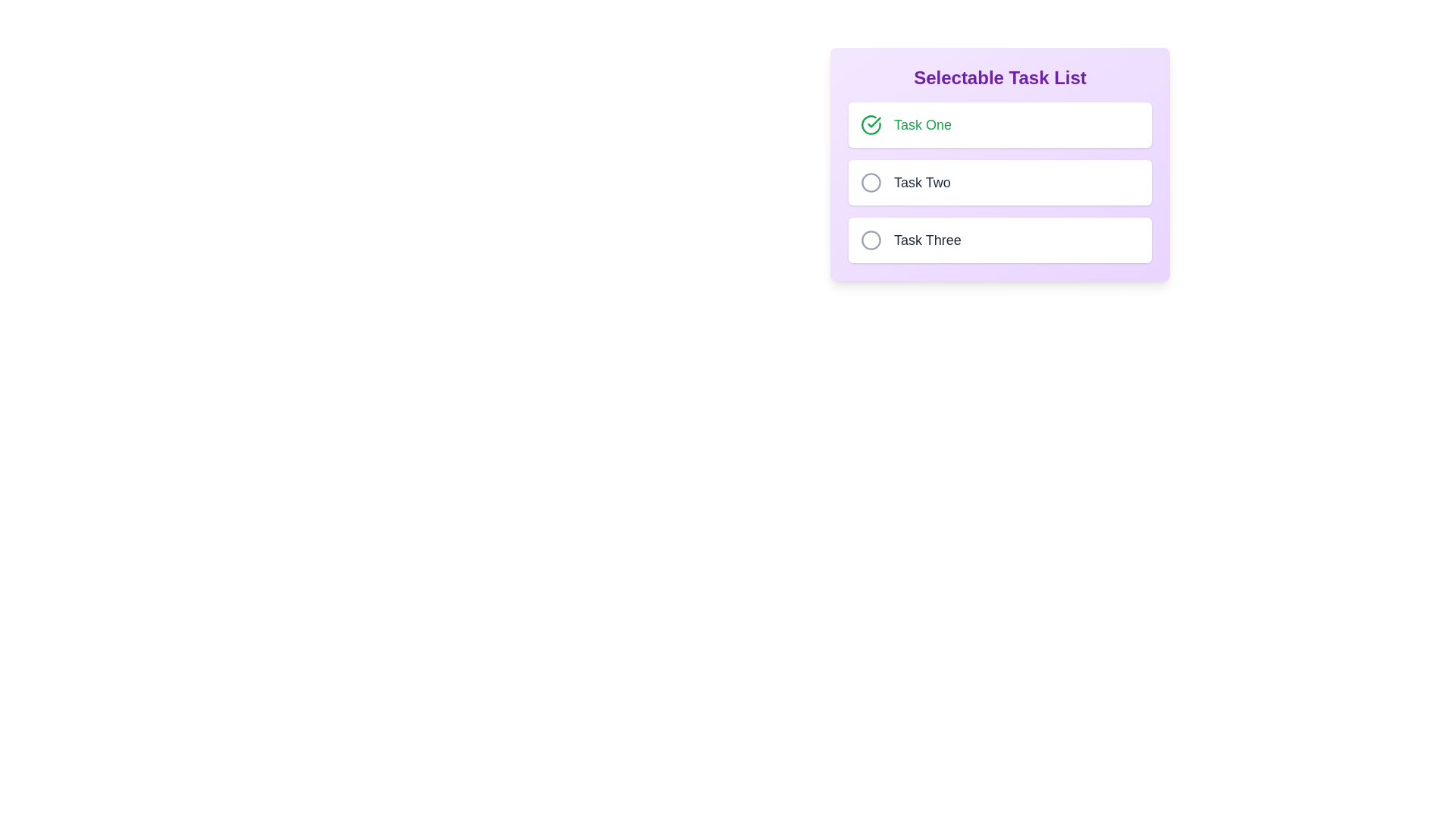 This screenshot has width=1456, height=819. What do you see at coordinates (871, 124) in the screenshot?
I see `the green circular checkmark icon located to the left of the text 'Task One'` at bounding box center [871, 124].